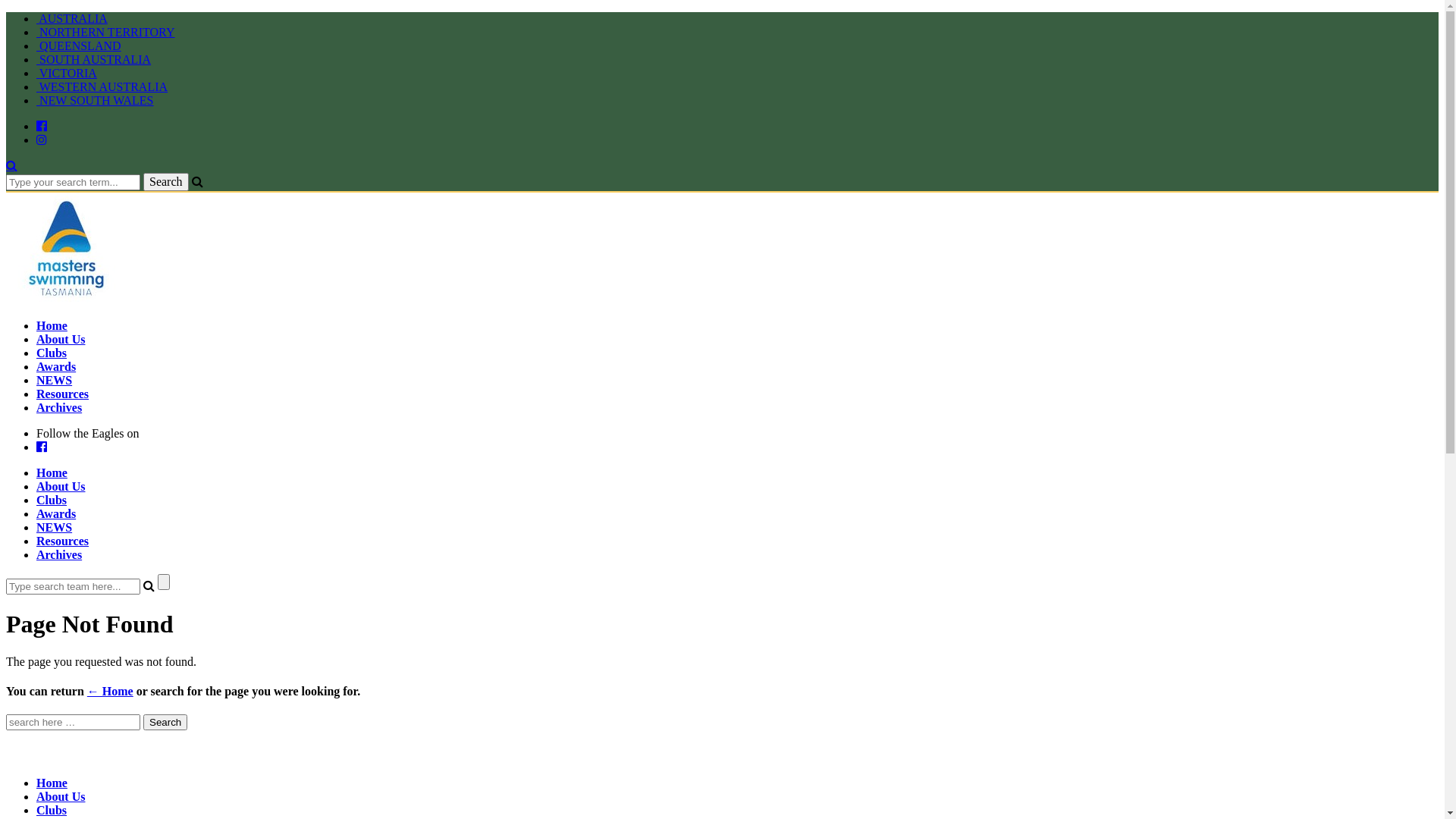 Image resolution: width=1456 pixels, height=819 pixels. Describe the element at coordinates (71, 18) in the screenshot. I see `'AUSTRALIA'` at that location.